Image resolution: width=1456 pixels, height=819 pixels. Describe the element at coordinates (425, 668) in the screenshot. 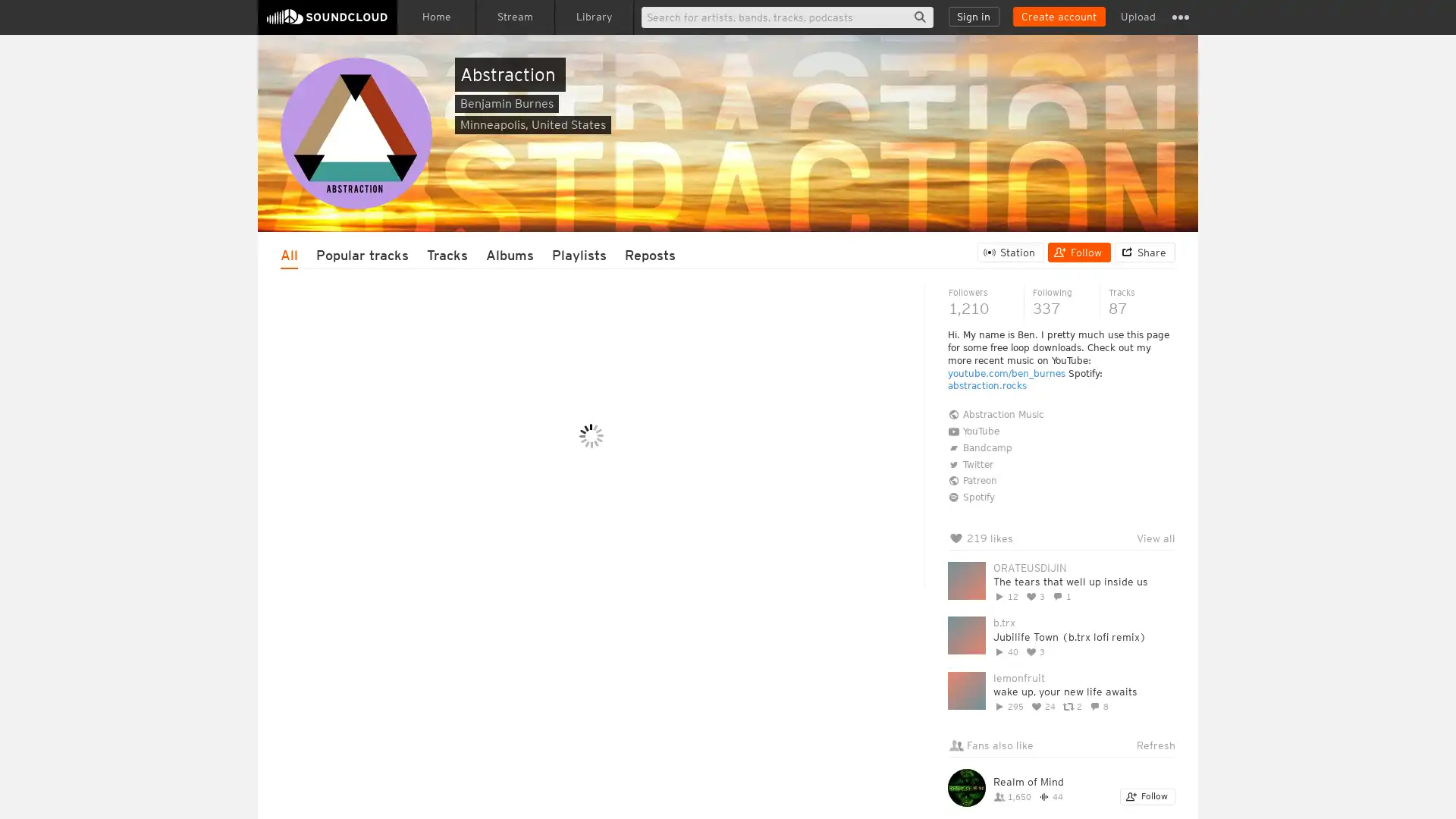

I see `Play` at that location.